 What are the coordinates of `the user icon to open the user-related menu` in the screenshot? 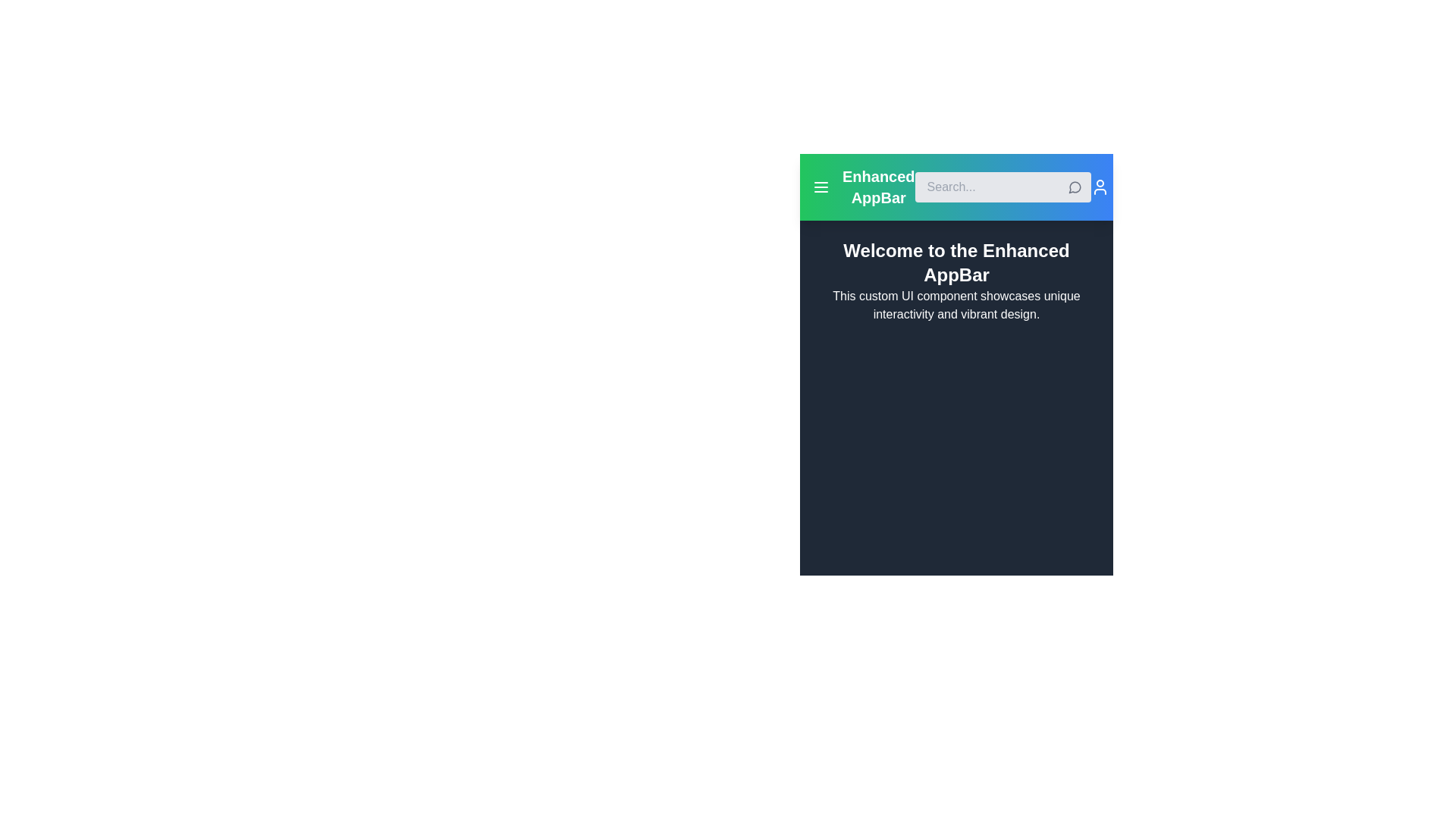 It's located at (1100, 186).